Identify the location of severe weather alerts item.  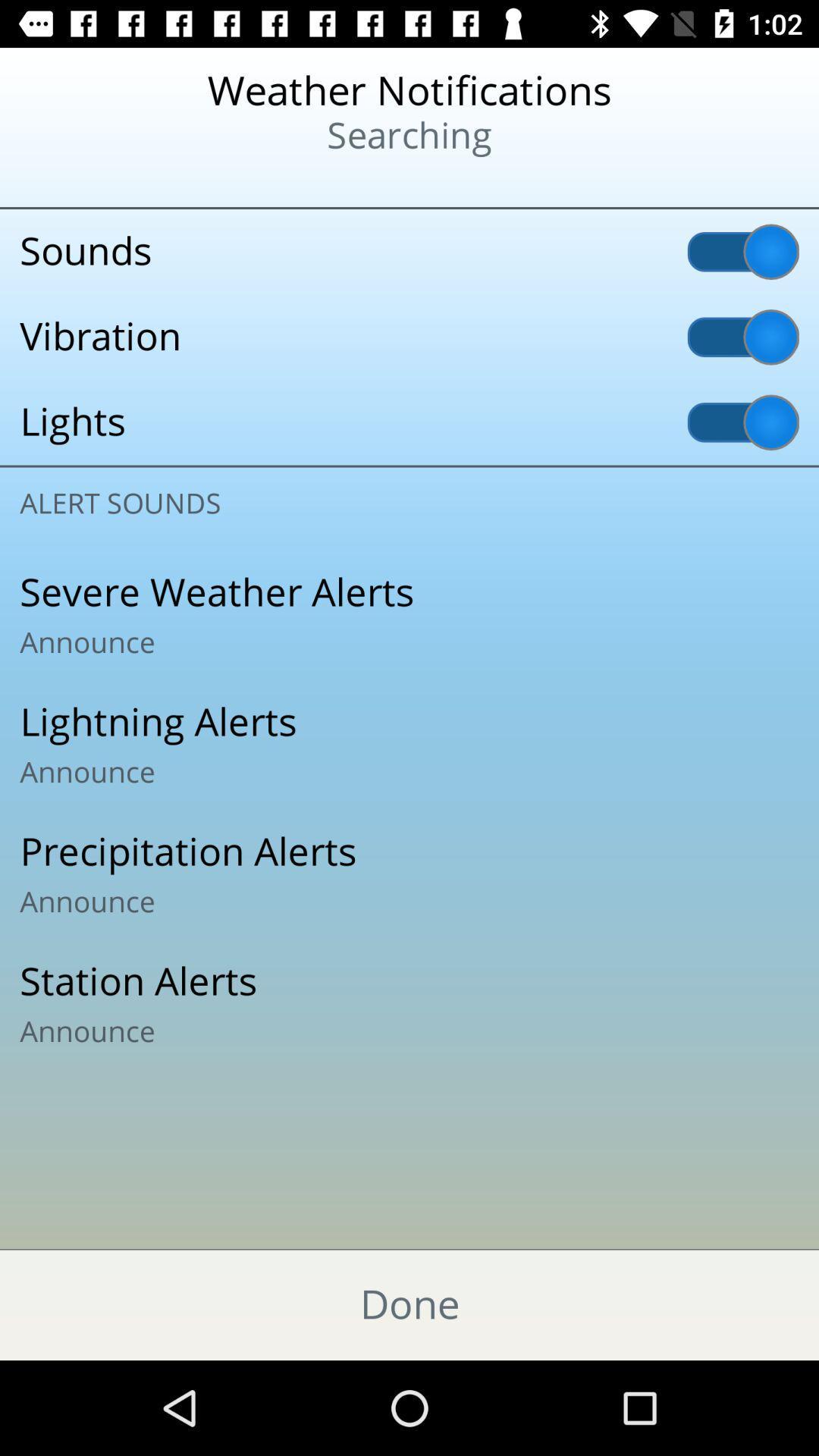
(409, 615).